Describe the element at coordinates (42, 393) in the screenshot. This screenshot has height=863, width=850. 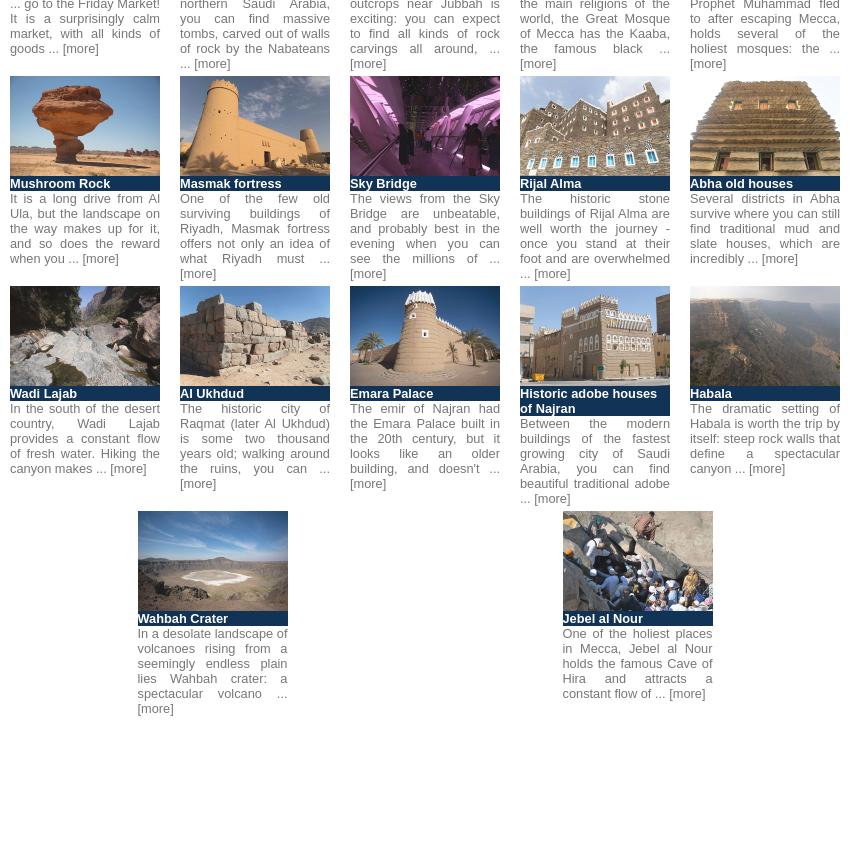
I see `'Wadi Lajab'` at that location.